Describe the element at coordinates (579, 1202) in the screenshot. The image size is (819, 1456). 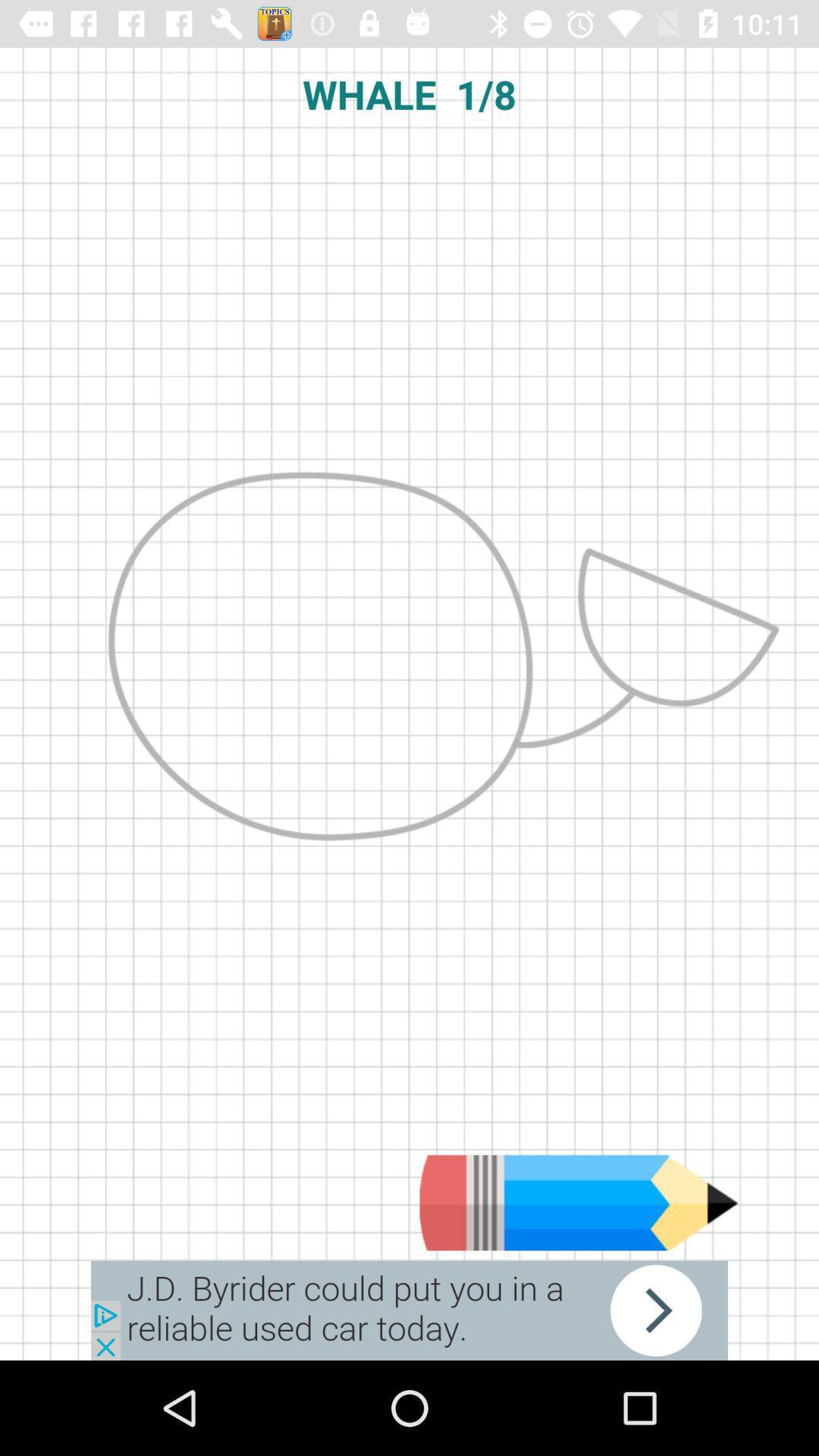
I see `drawing option` at that location.